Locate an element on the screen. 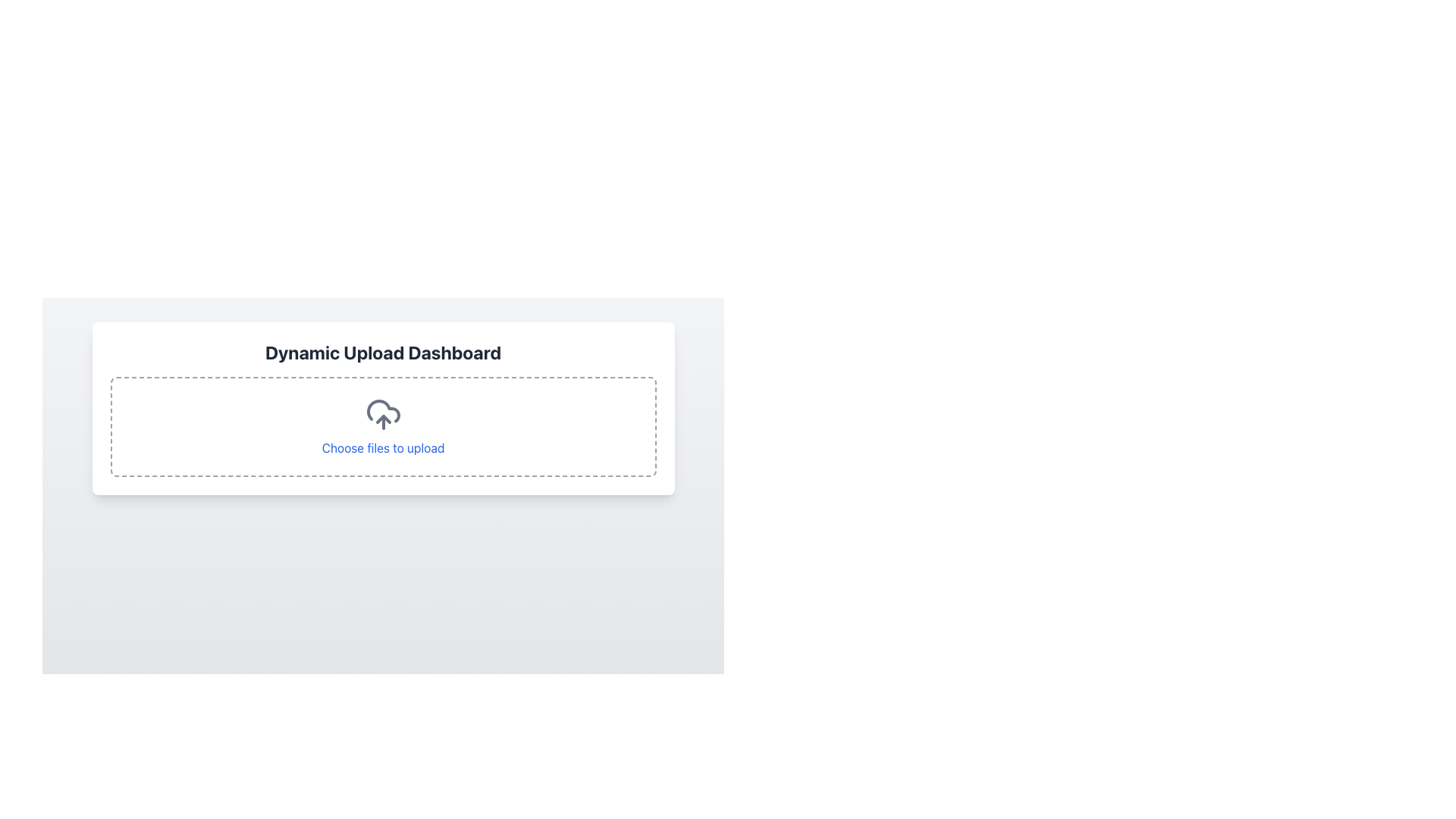 The width and height of the screenshot is (1456, 819). the file upload area located centrally within the 'Dynamic Upload Dashboard' card is located at coordinates (383, 427).